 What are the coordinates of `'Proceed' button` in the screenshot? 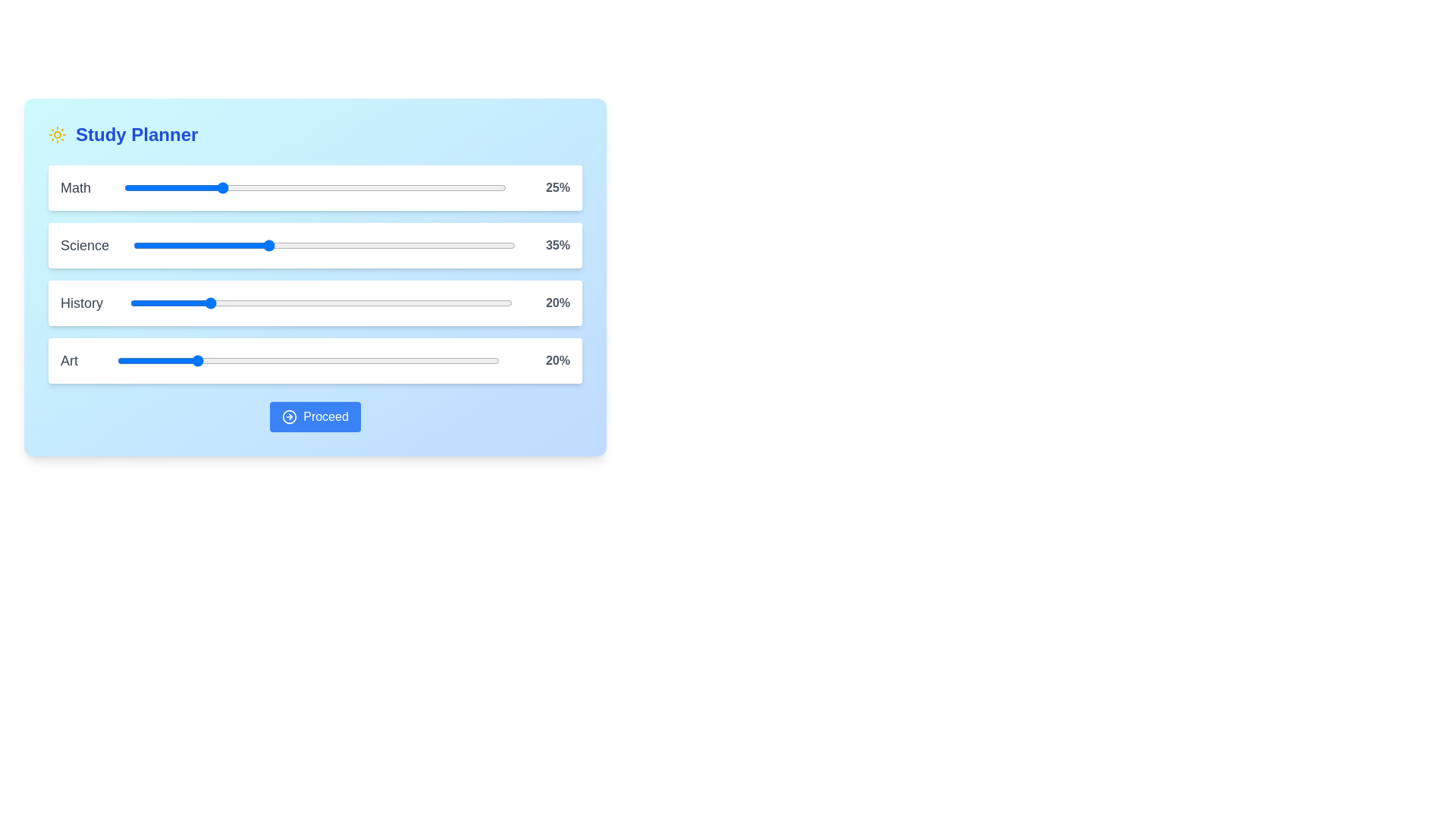 It's located at (315, 417).